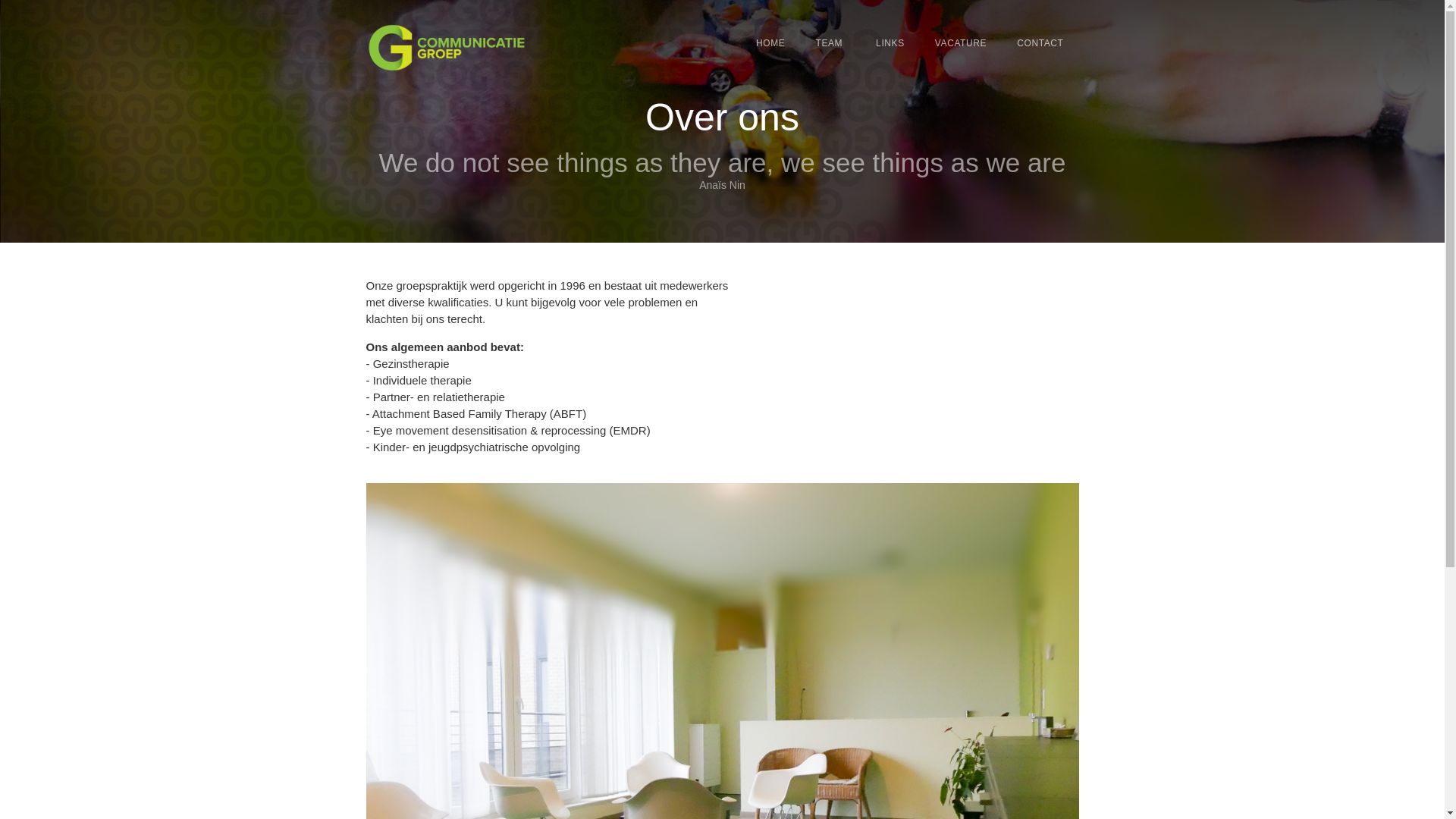  Describe the element at coordinates (960, 42) in the screenshot. I see `'VACATURE'` at that location.